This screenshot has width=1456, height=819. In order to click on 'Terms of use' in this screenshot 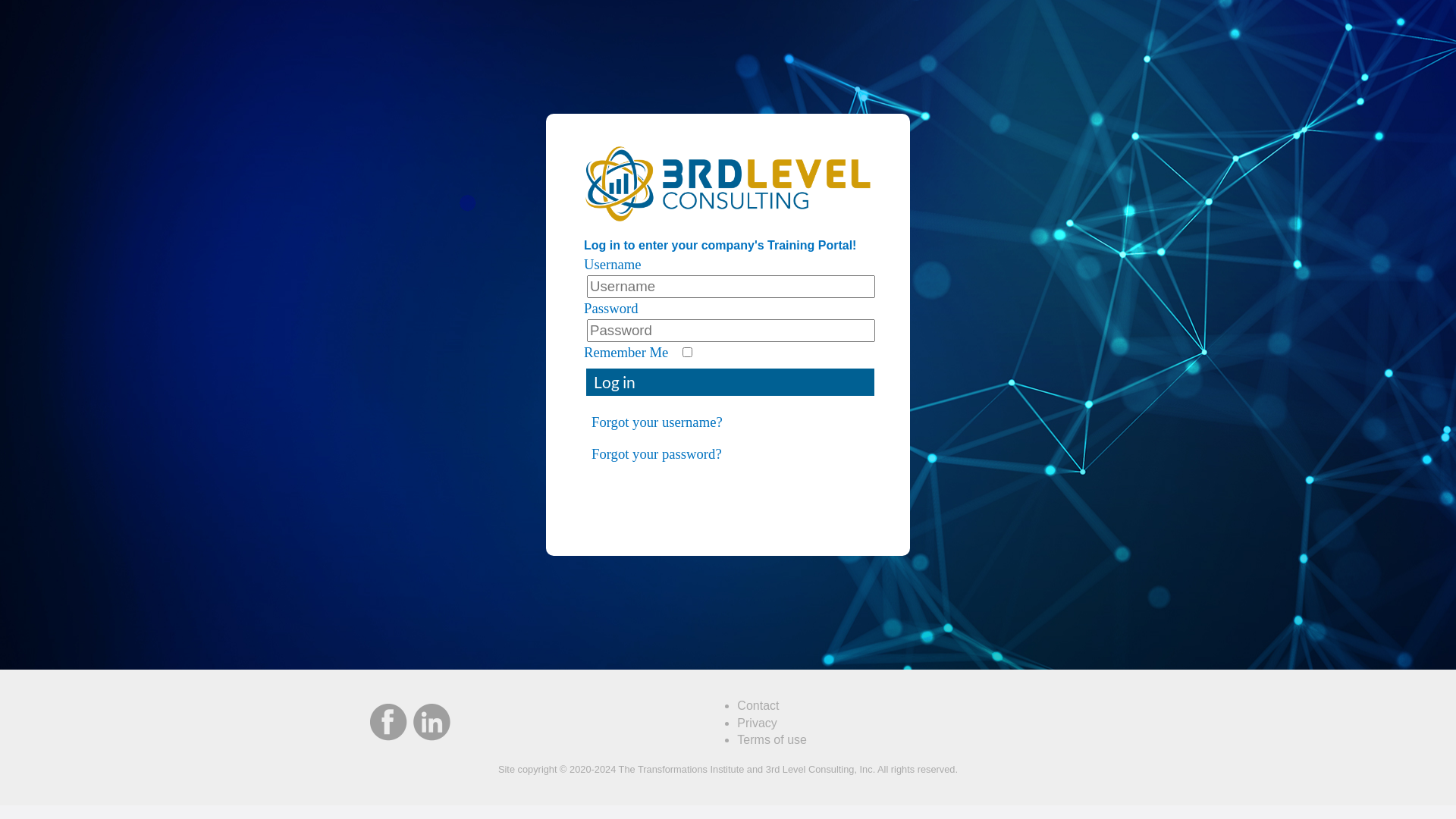, I will do `click(771, 739)`.